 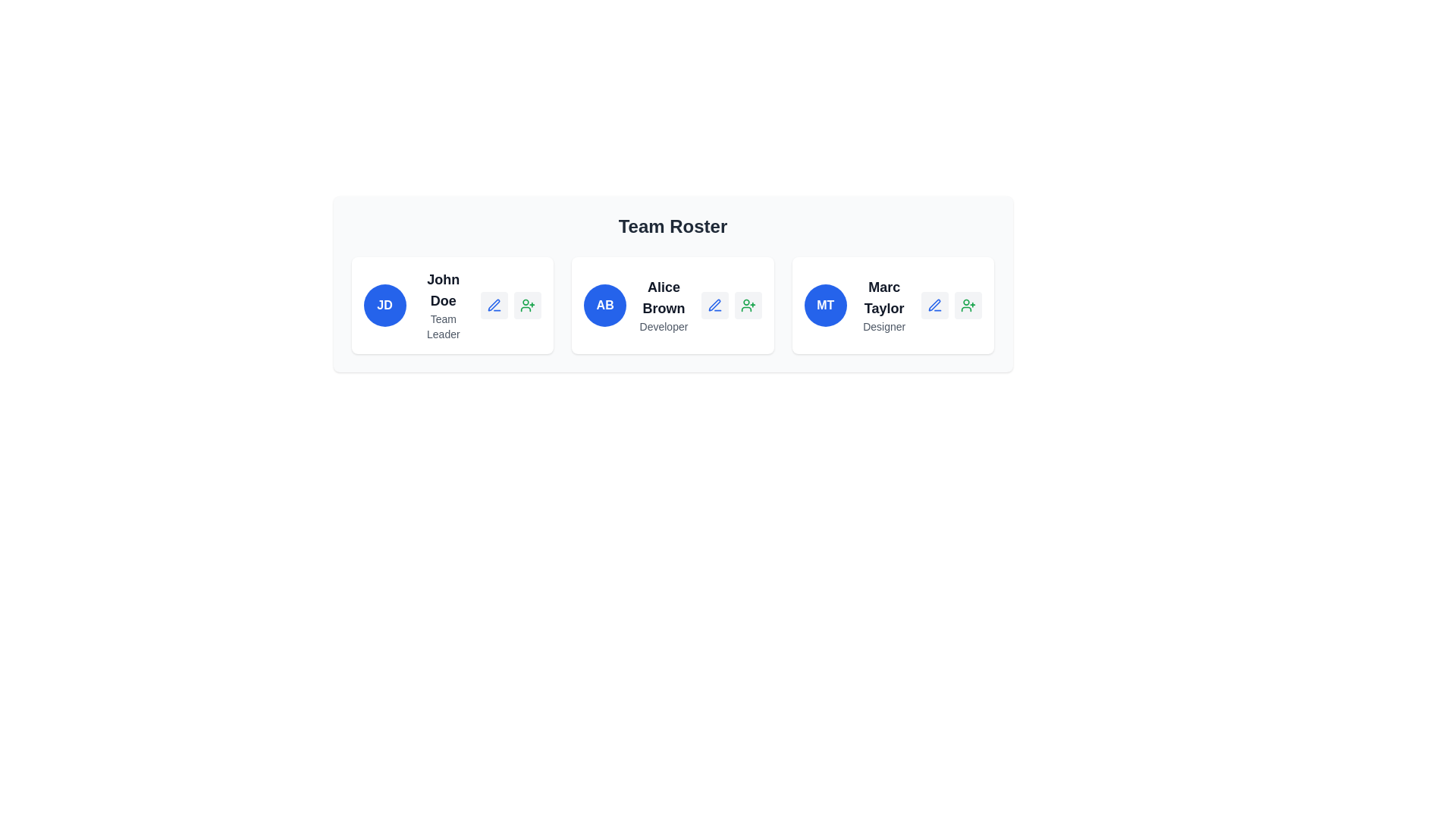 I want to click on text label that says 'Designer,' which is styled with a small font size and gray color, located directly below the name 'Marc Taylor' in the third team member card on the far right, so click(x=884, y=326).